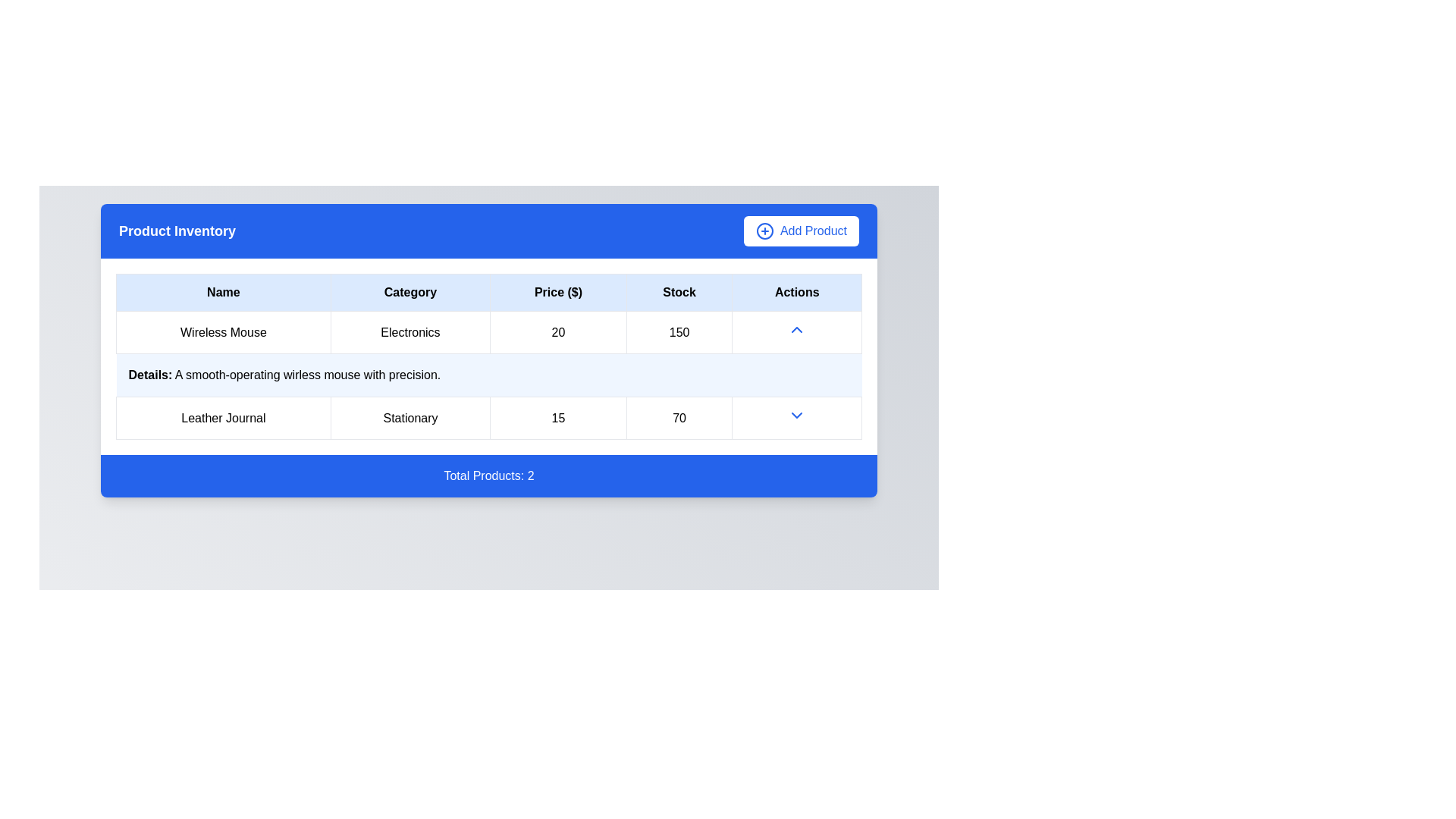  What do you see at coordinates (222, 331) in the screenshot?
I see `the 'Wireless Mouse' label in the 'Product Inventory' section, which is styled with black font on a white background and is the first cell under the 'Name' column` at bounding box center [222, 331].